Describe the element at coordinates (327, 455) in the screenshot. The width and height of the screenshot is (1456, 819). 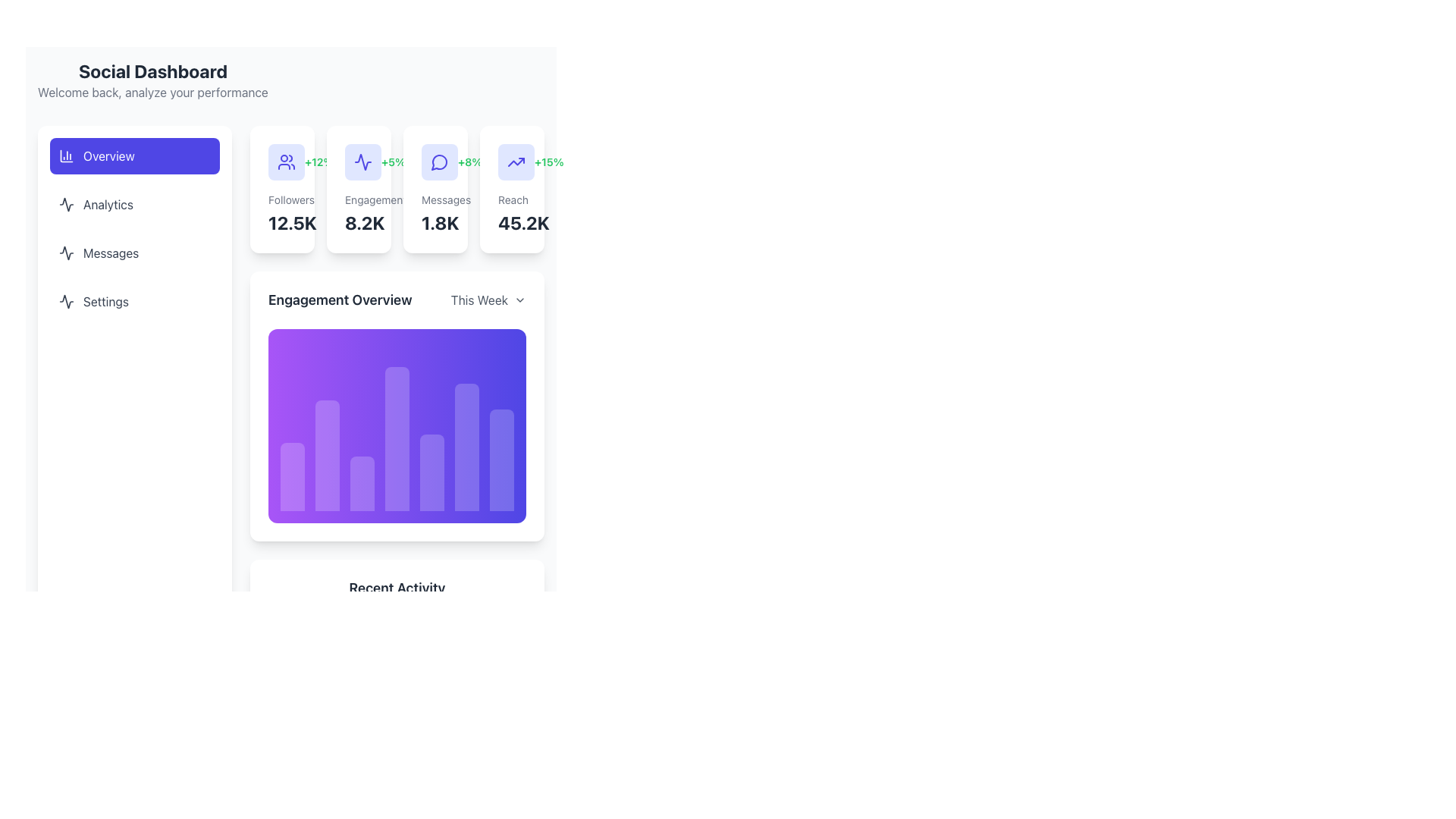
I see `the second vertical bar in the 'Engagement Overview' card of the dashboard, which has a rounded top edge and a white color at 20% opacity` at that location.